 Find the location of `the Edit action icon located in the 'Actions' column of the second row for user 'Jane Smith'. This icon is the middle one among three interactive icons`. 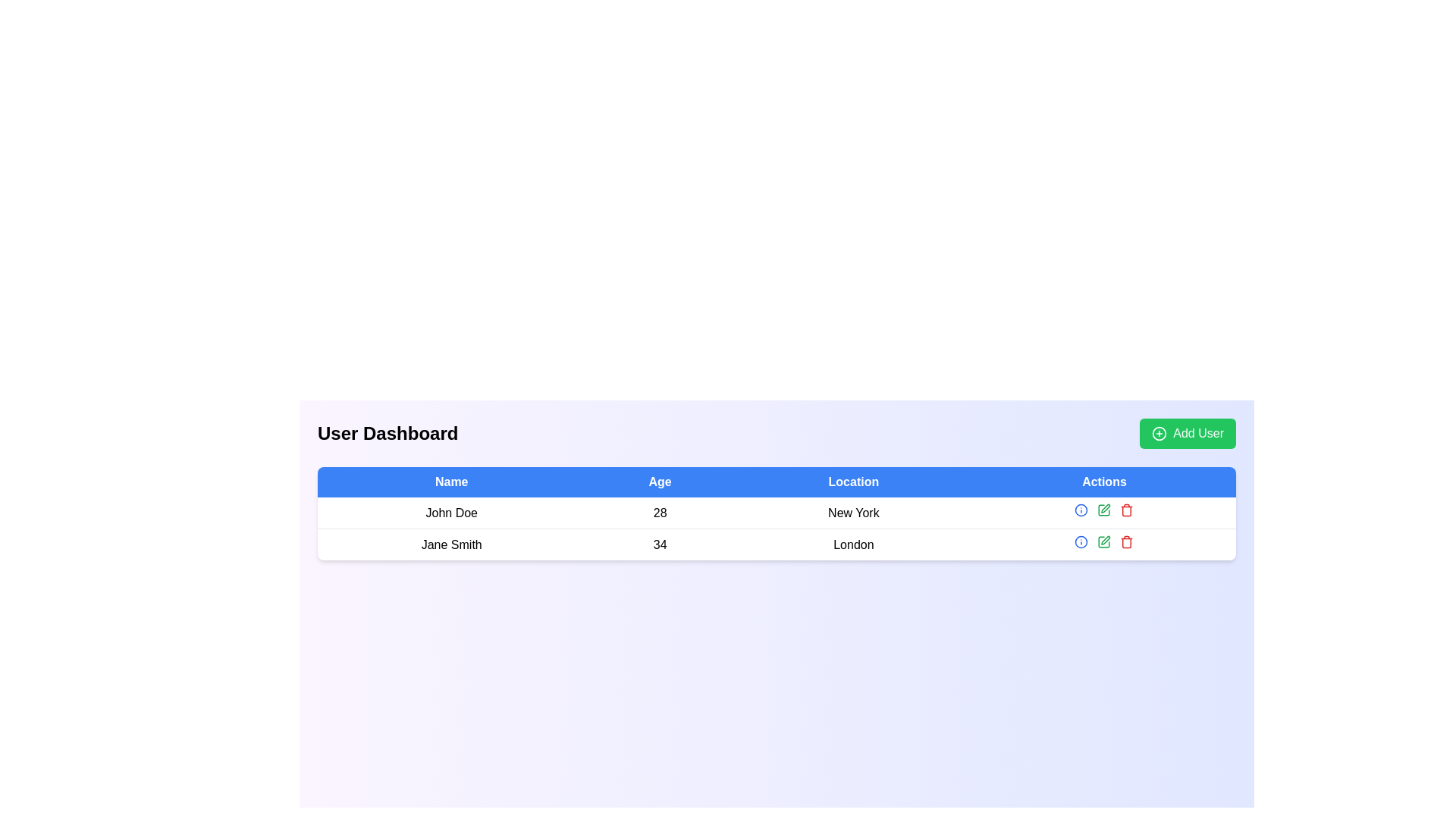

the Edit action icon located in the 'Actions' column of the second row for user 'Jane Smith'. This icon is the middle one among three interactive icons is located at coordinates (1104, 541).